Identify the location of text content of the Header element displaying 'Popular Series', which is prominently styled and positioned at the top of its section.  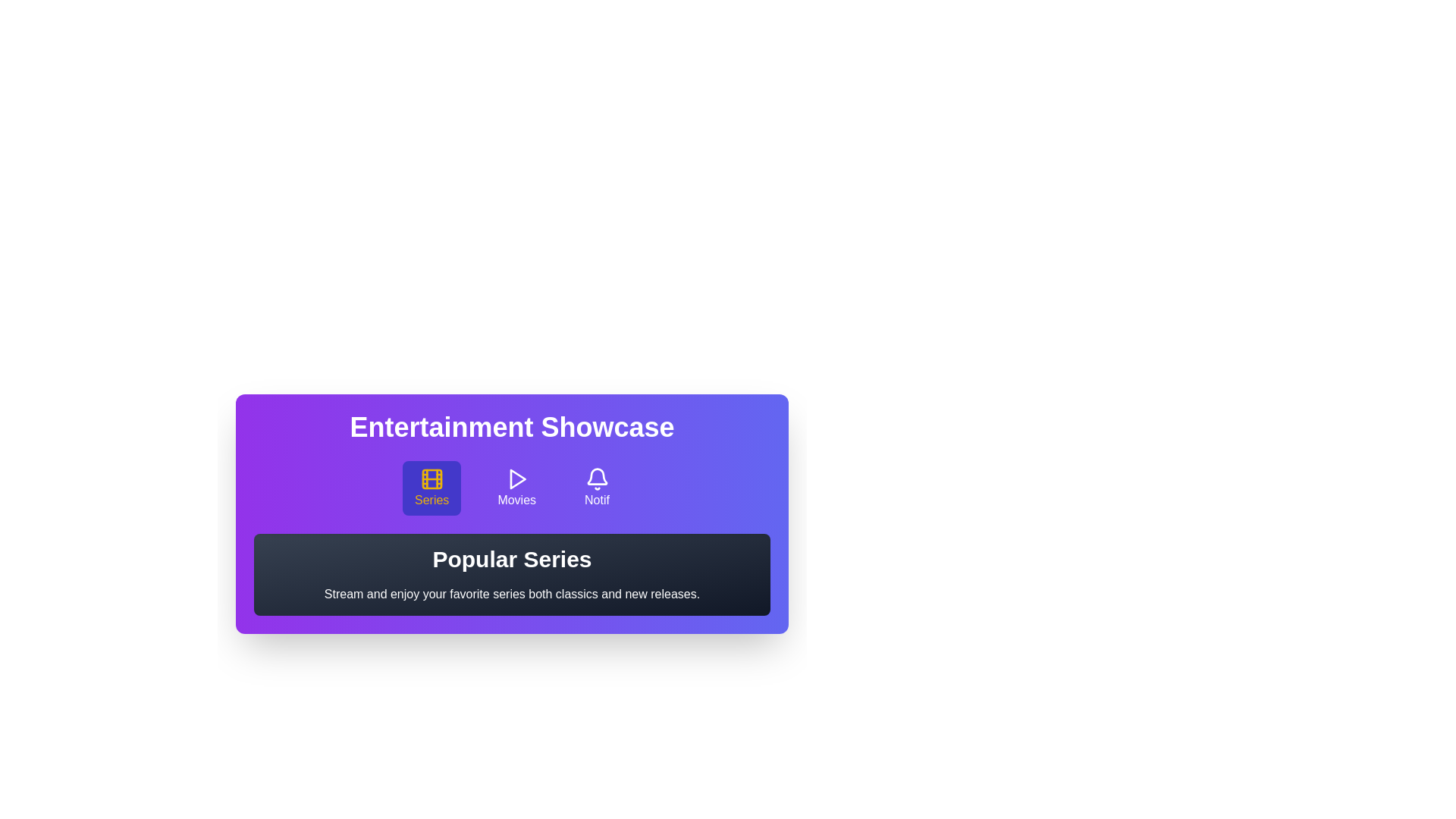
(512, 559).